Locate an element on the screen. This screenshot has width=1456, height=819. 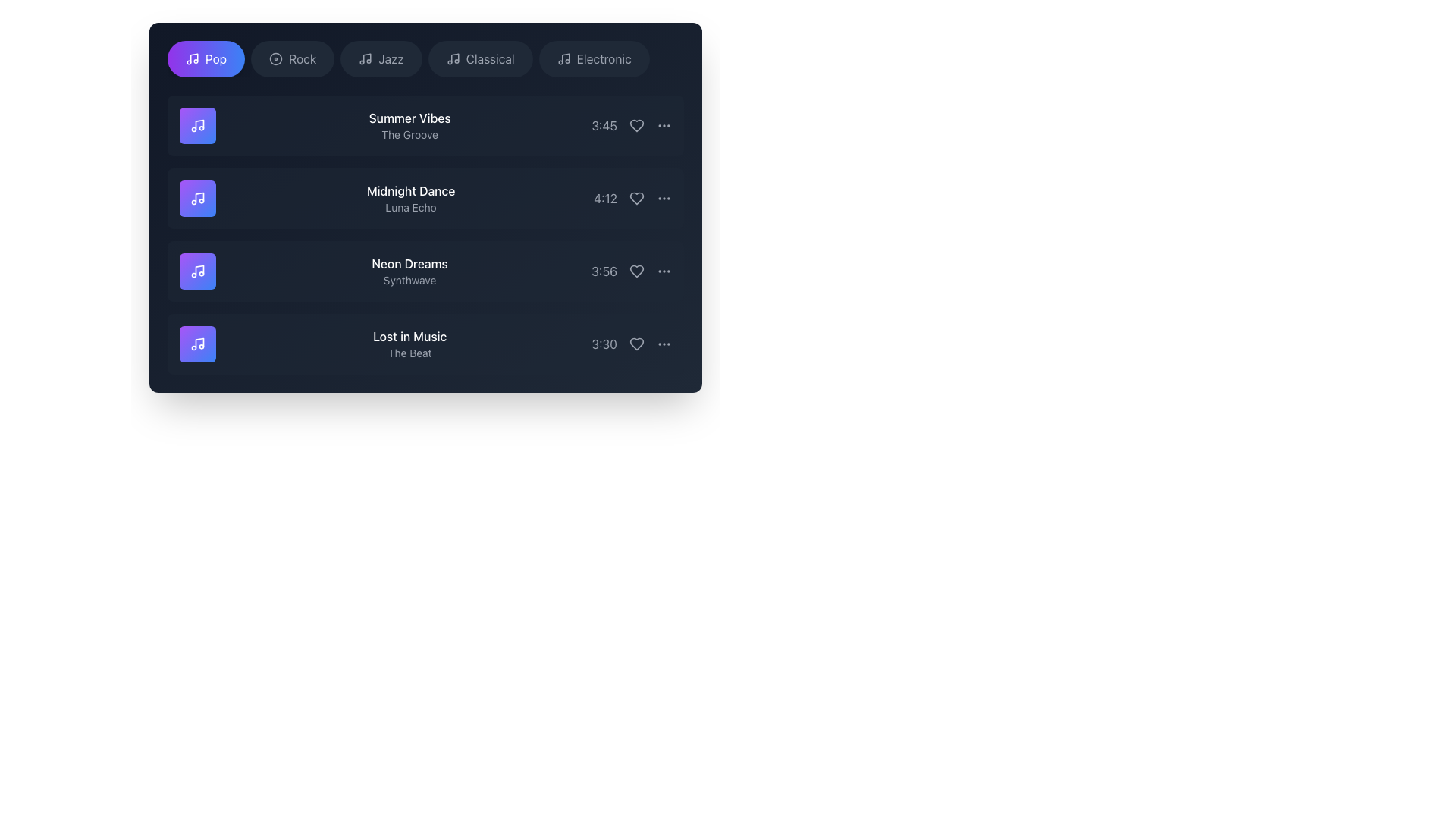
the musical note icon representing the 'Neon Dreams' list item, which features a gradient purple background and detailed strokes, positioned third from the top in the list is located at coordinates (199, 269).